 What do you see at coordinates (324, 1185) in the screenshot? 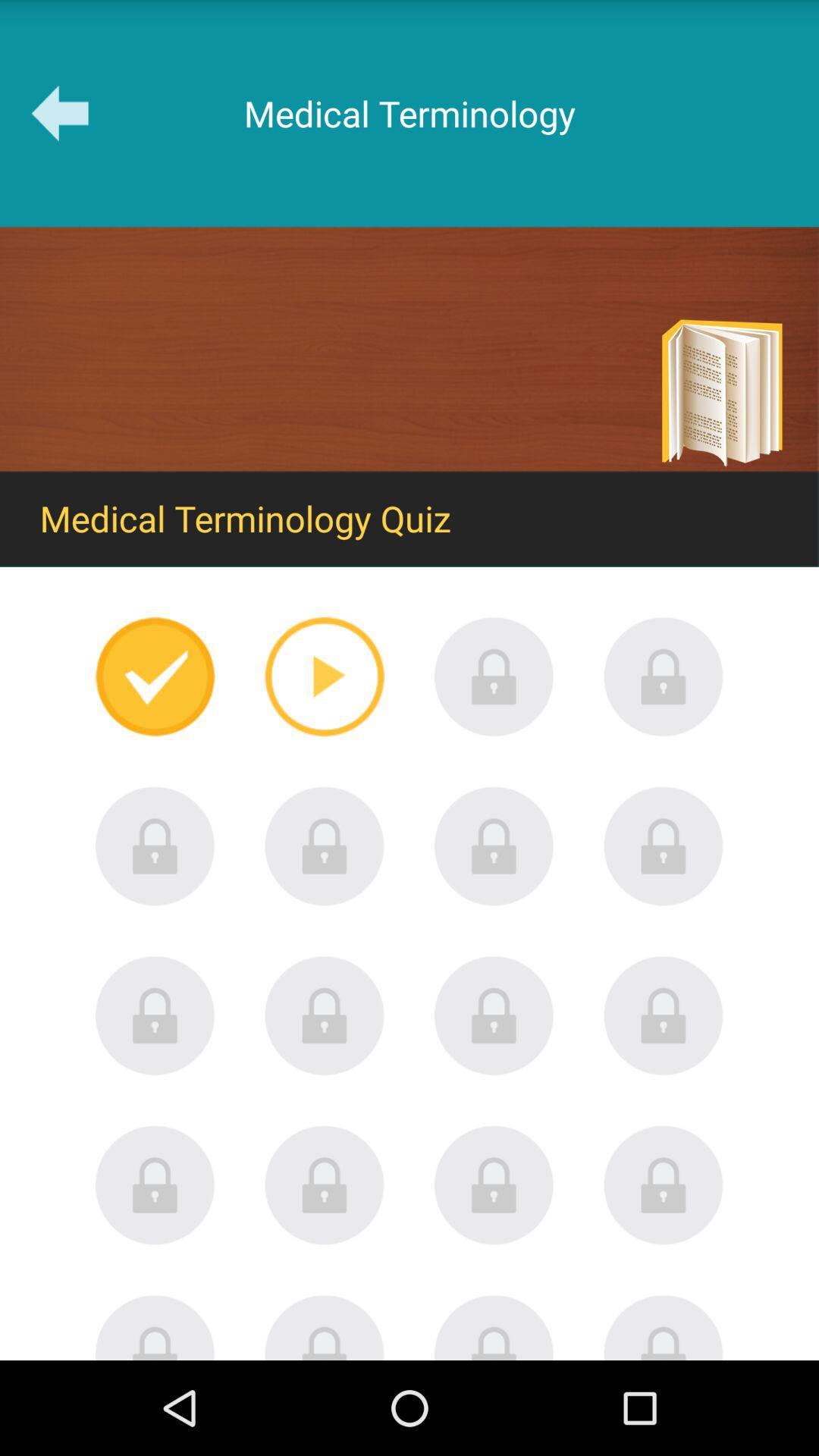
I see `unlock locked item` at bounding box center [324, 1185].